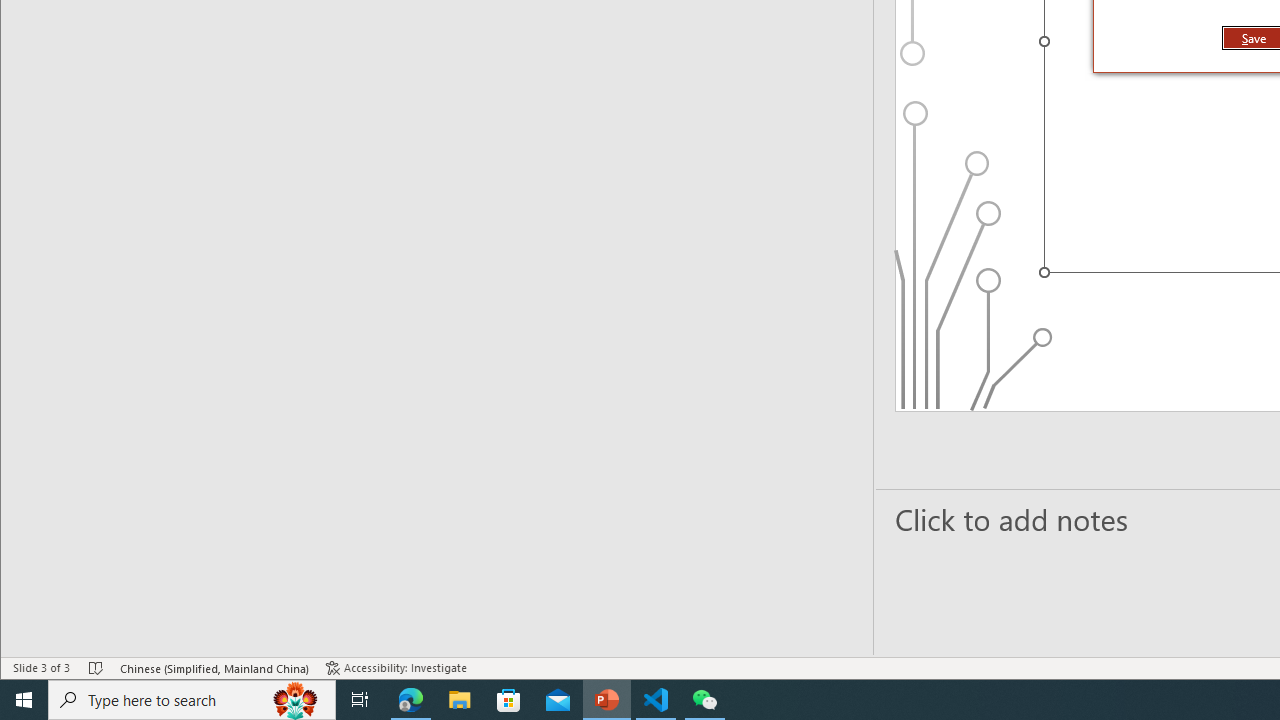  I want to click on 'PowerPoint - 1 running window', so click(606, 698).